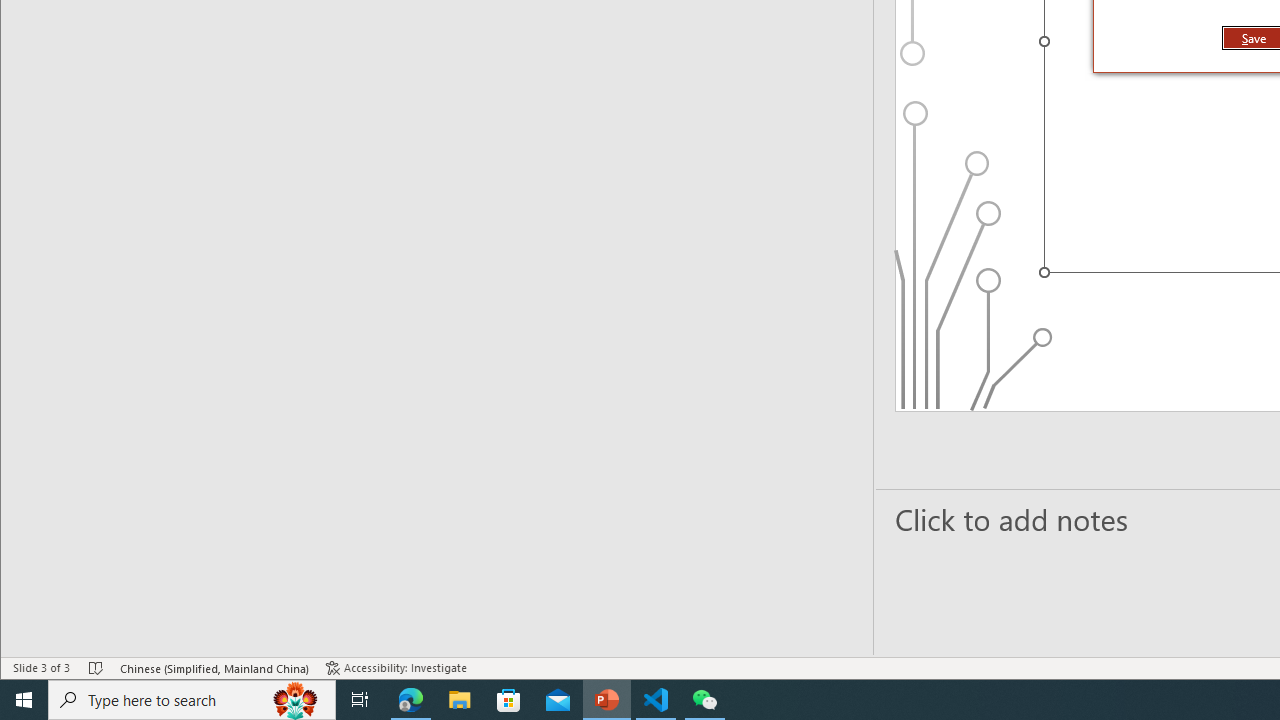  I want to click on 'PowerPoint - 1 running window', so click(606, 698).